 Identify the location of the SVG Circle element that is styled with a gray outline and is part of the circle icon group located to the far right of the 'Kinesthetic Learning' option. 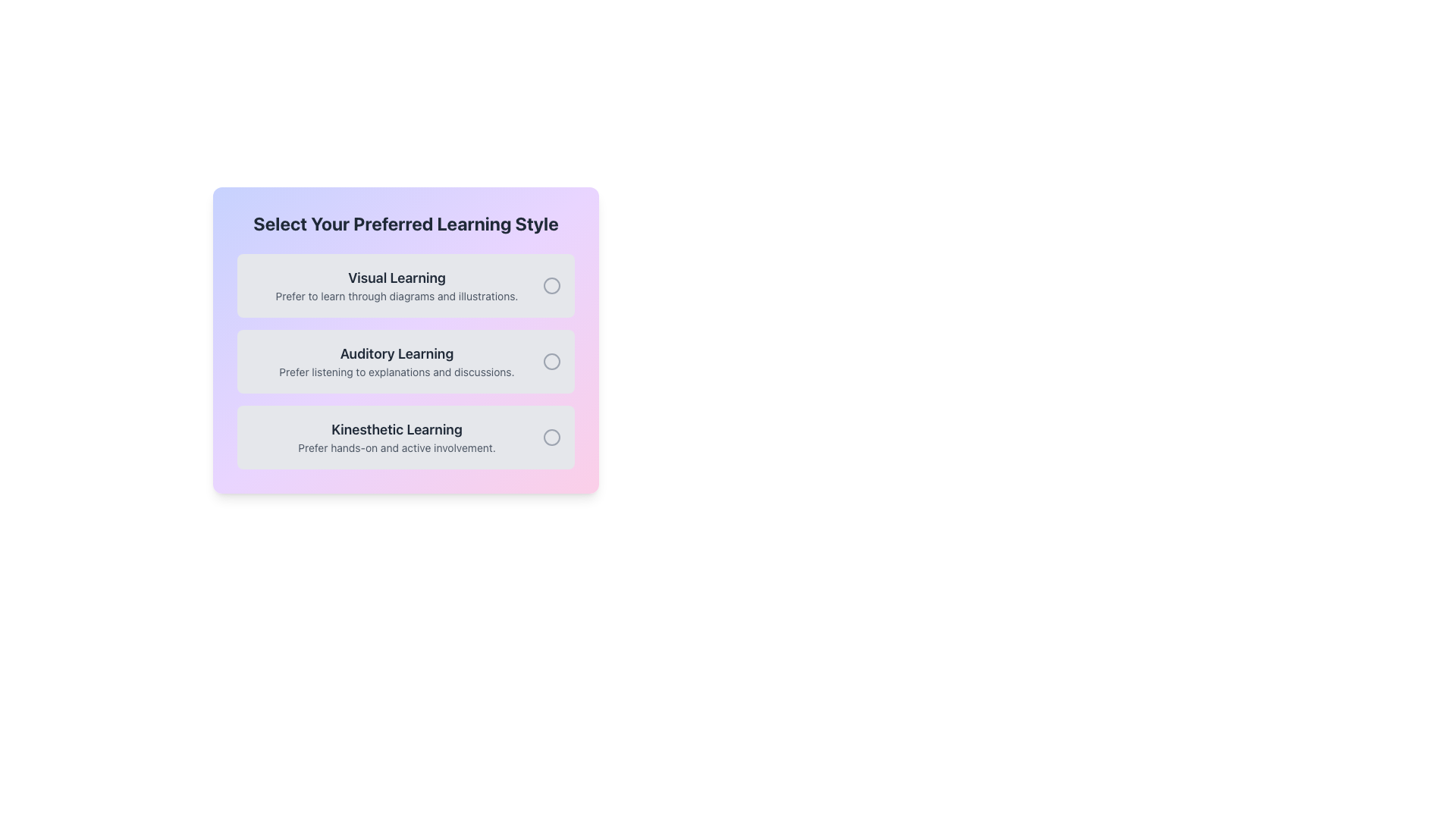
(551, 438).